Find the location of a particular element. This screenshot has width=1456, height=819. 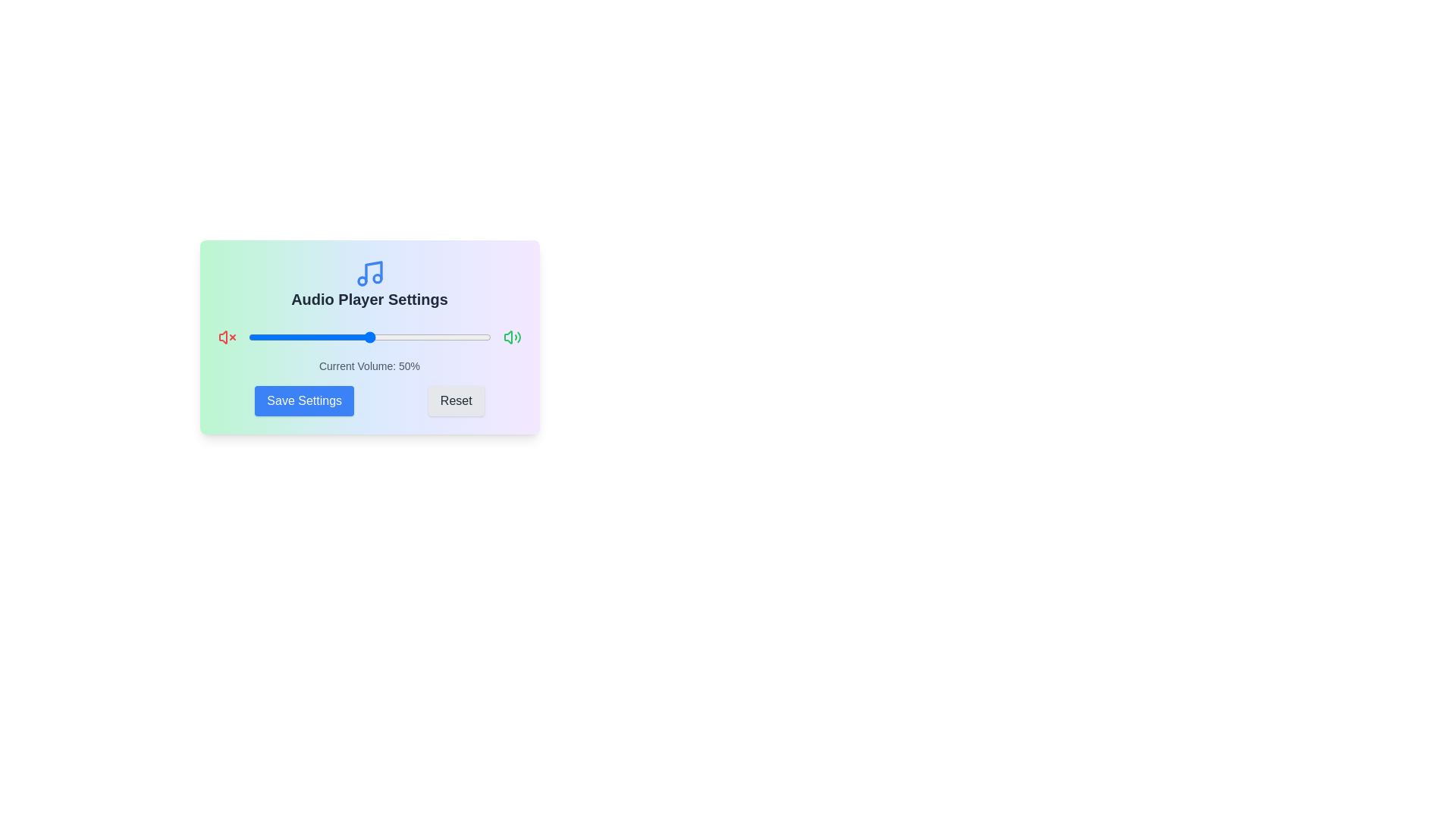

the 'Reset' button, which is a light gray rectangular button with rounded corners located is located at coordinates (455, 400).